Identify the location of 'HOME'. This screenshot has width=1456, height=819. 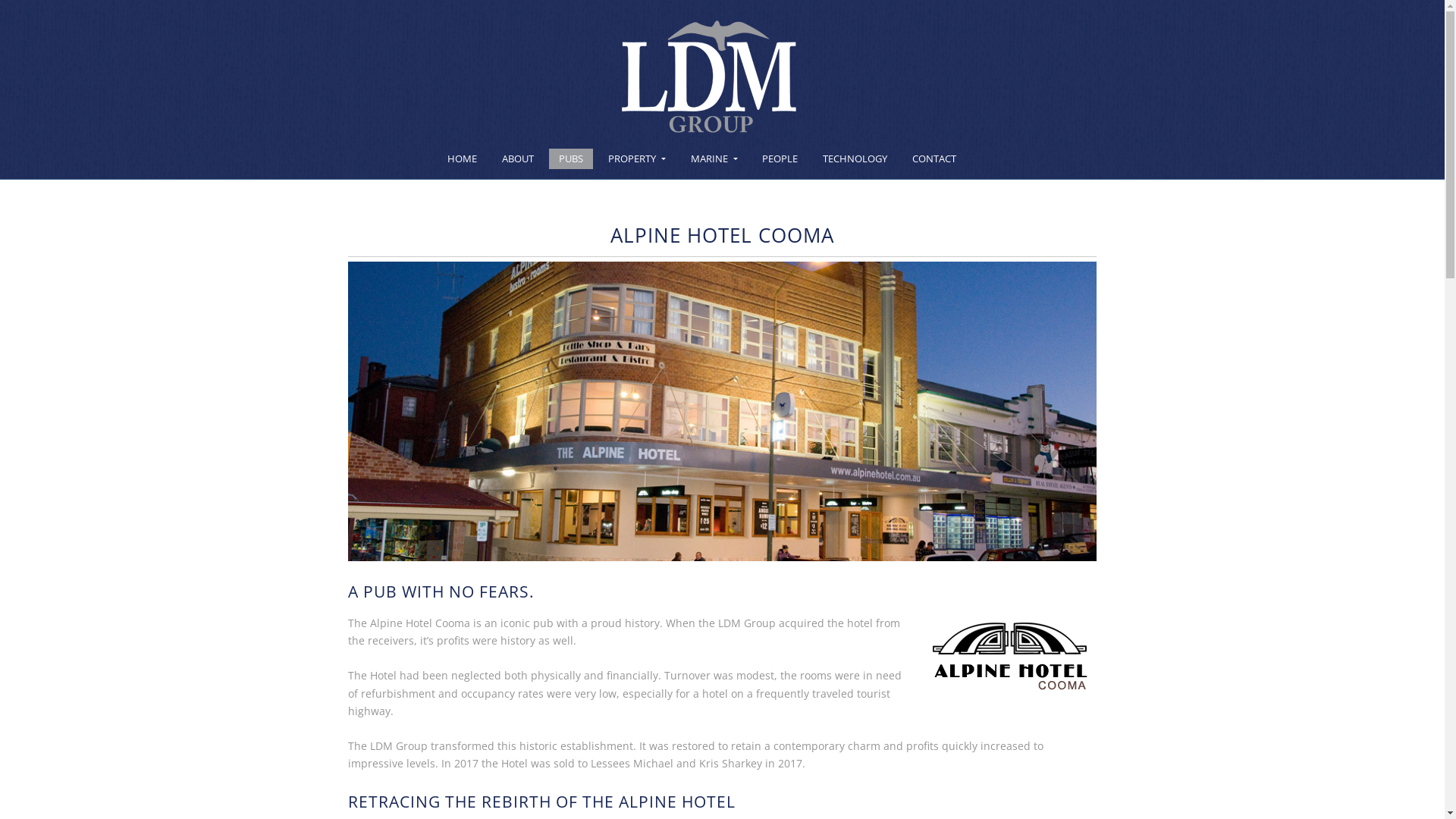
(461, 158).